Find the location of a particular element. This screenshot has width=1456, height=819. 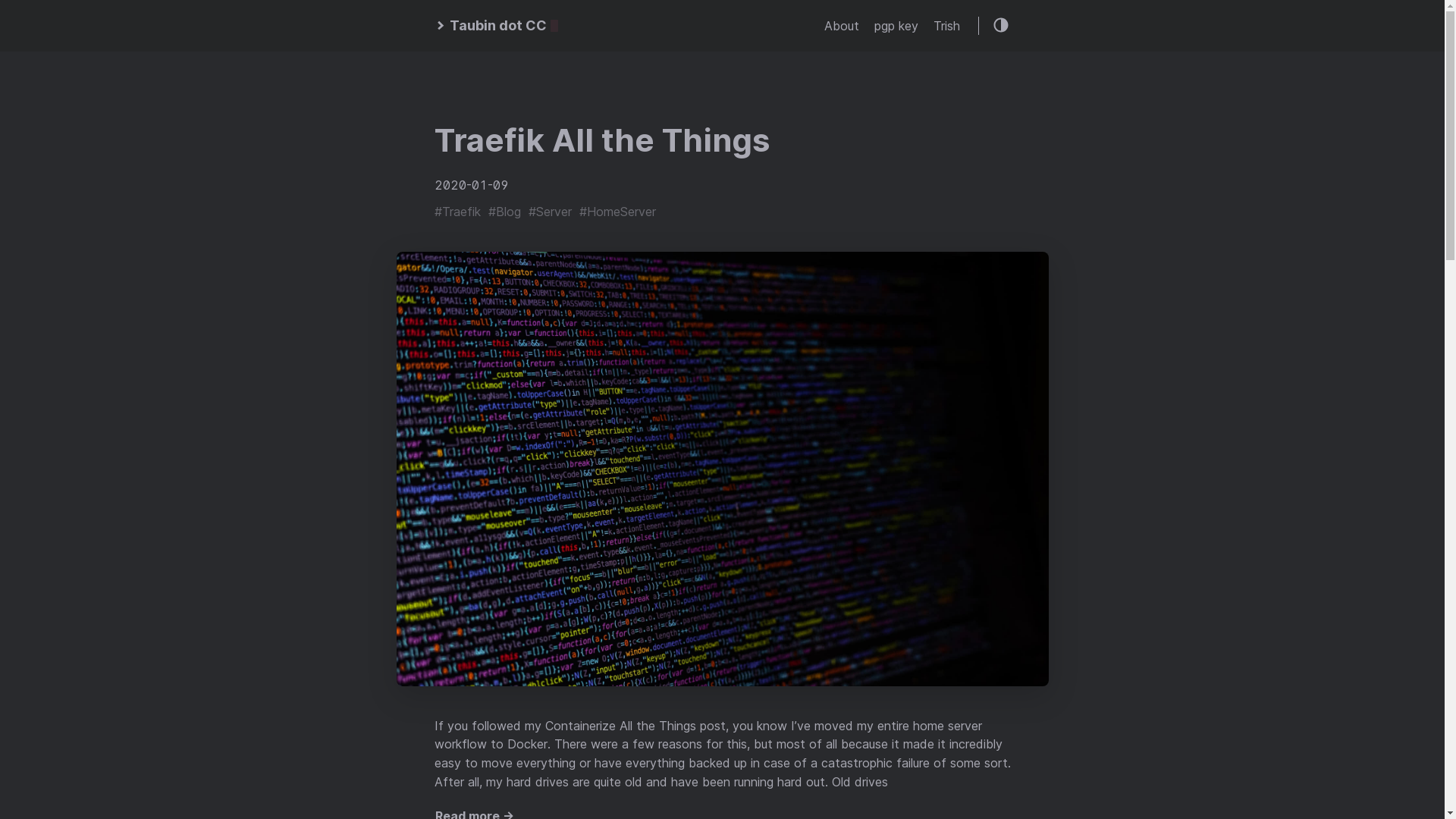

'#Blog' is located at coordinates (504, 211).